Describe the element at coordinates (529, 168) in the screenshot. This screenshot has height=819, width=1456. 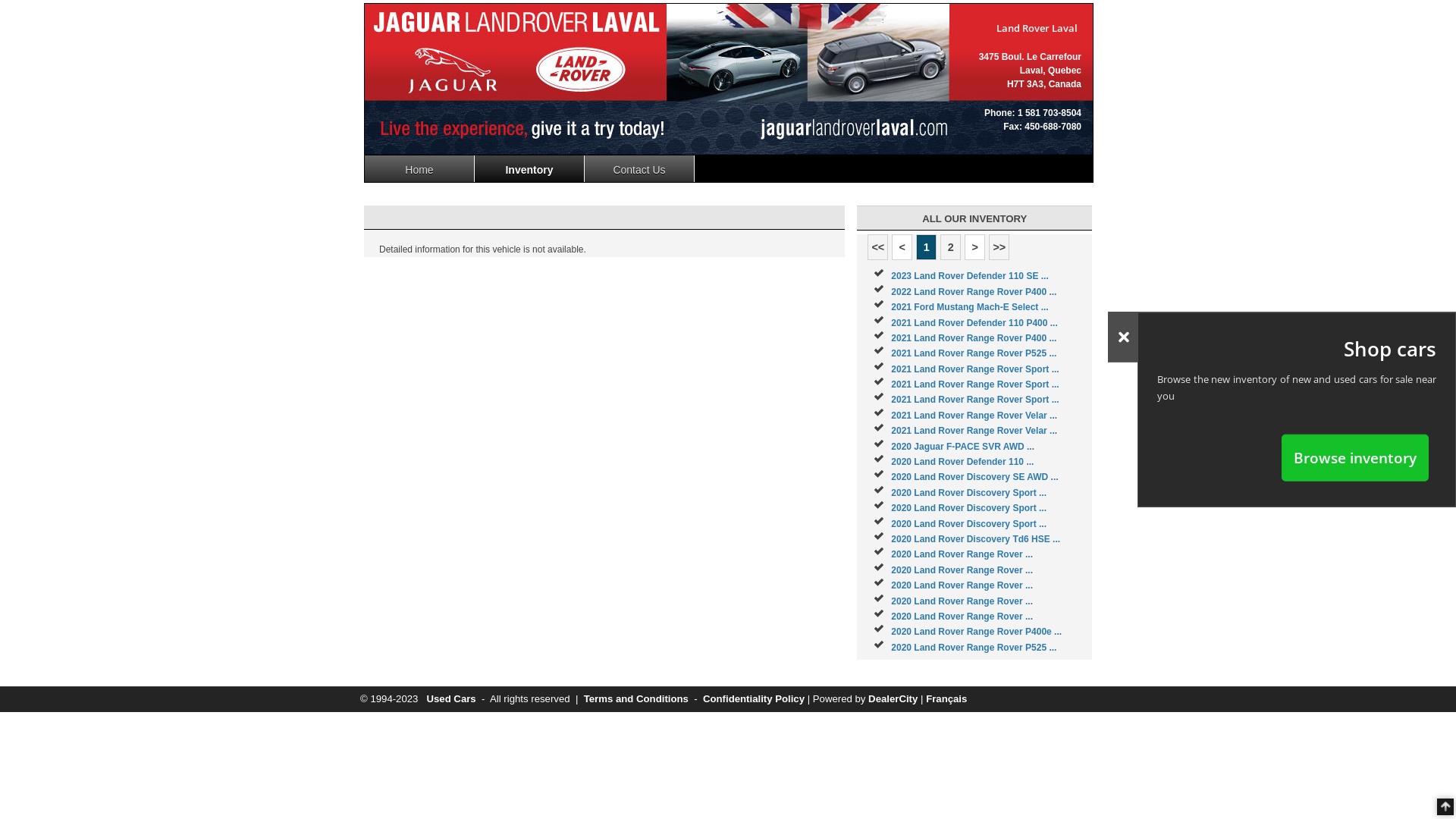
I see `'Inventory'` at that location.